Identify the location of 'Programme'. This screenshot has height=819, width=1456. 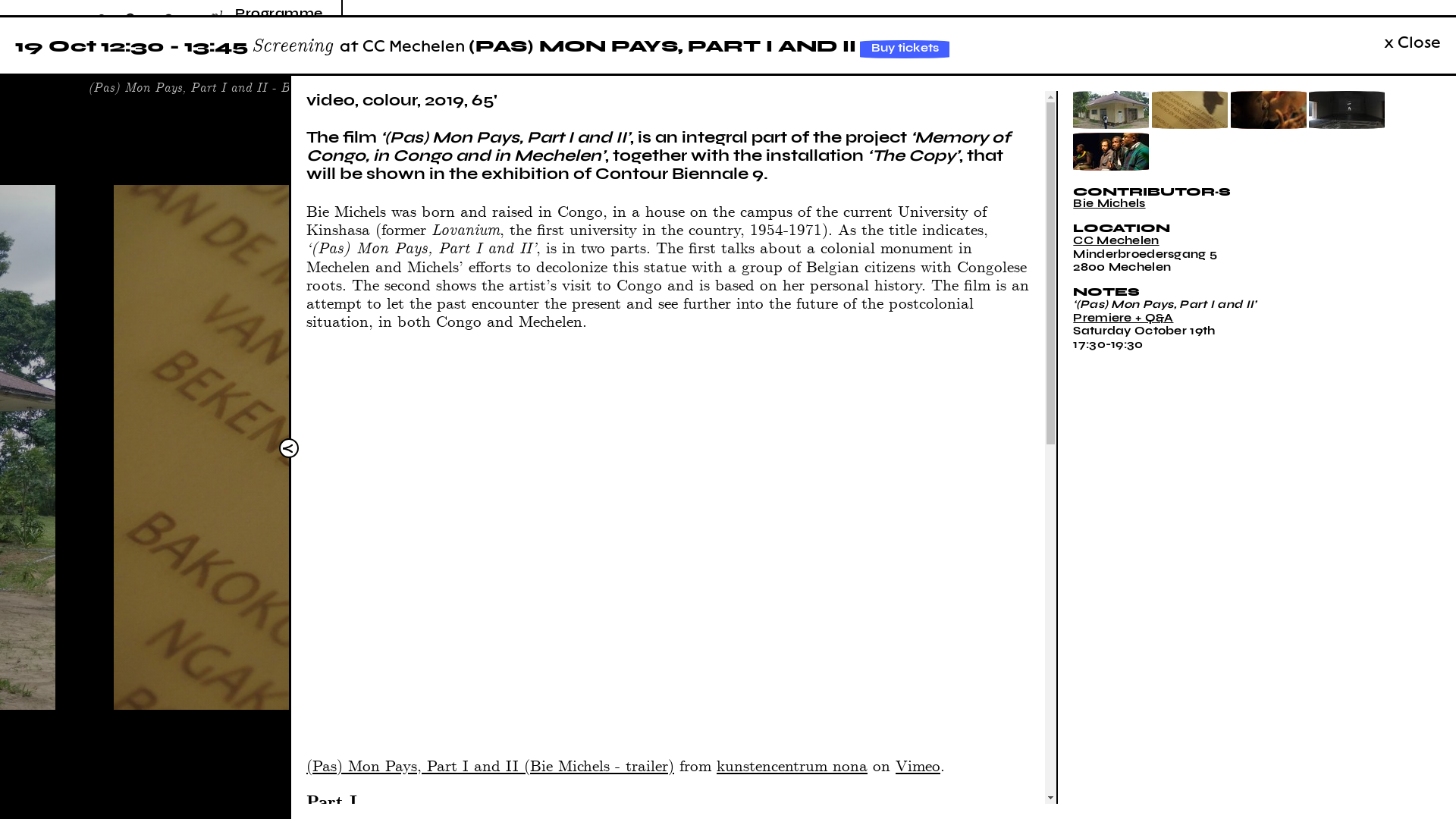
(234, 12).